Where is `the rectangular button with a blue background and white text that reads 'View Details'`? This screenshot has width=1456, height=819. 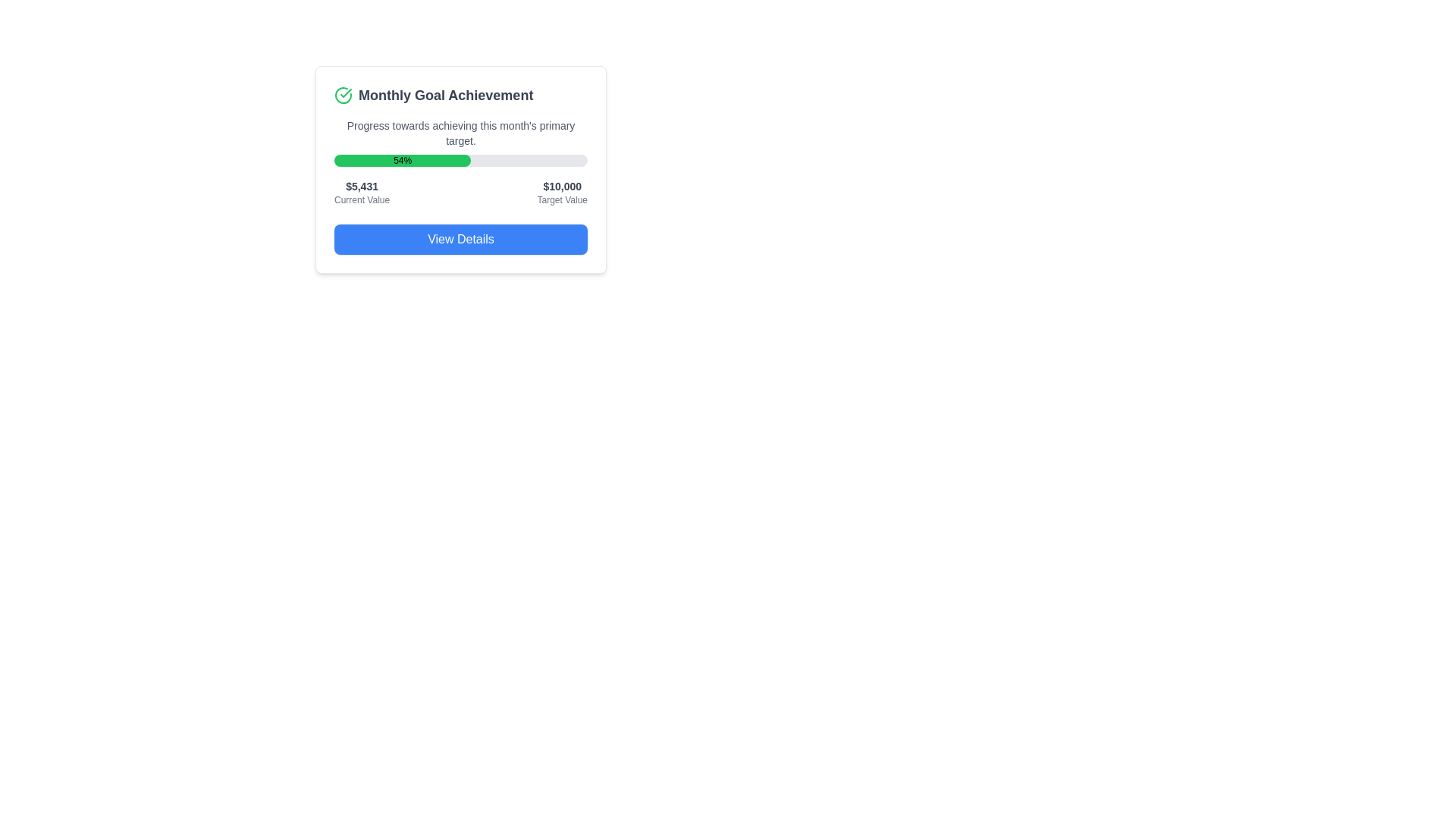 the rectangular button with a blue background and white text that reads 'View Details' is located at coordinates (460, 239).